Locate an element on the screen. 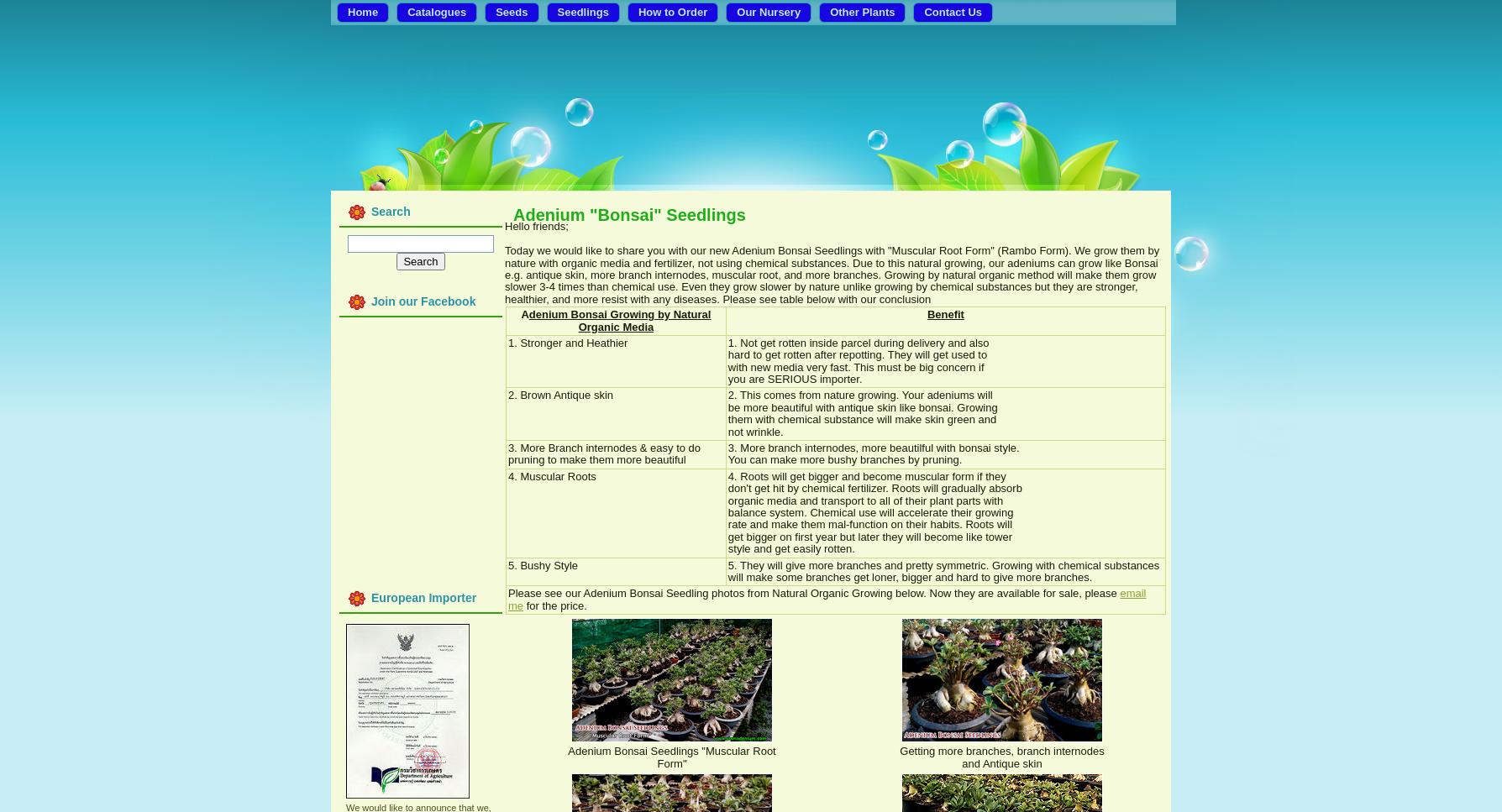 The height and width of the screenshot is (812, 1502). 'get bigger on first year but later they will become like tower' is located at coordinates (869, 535).